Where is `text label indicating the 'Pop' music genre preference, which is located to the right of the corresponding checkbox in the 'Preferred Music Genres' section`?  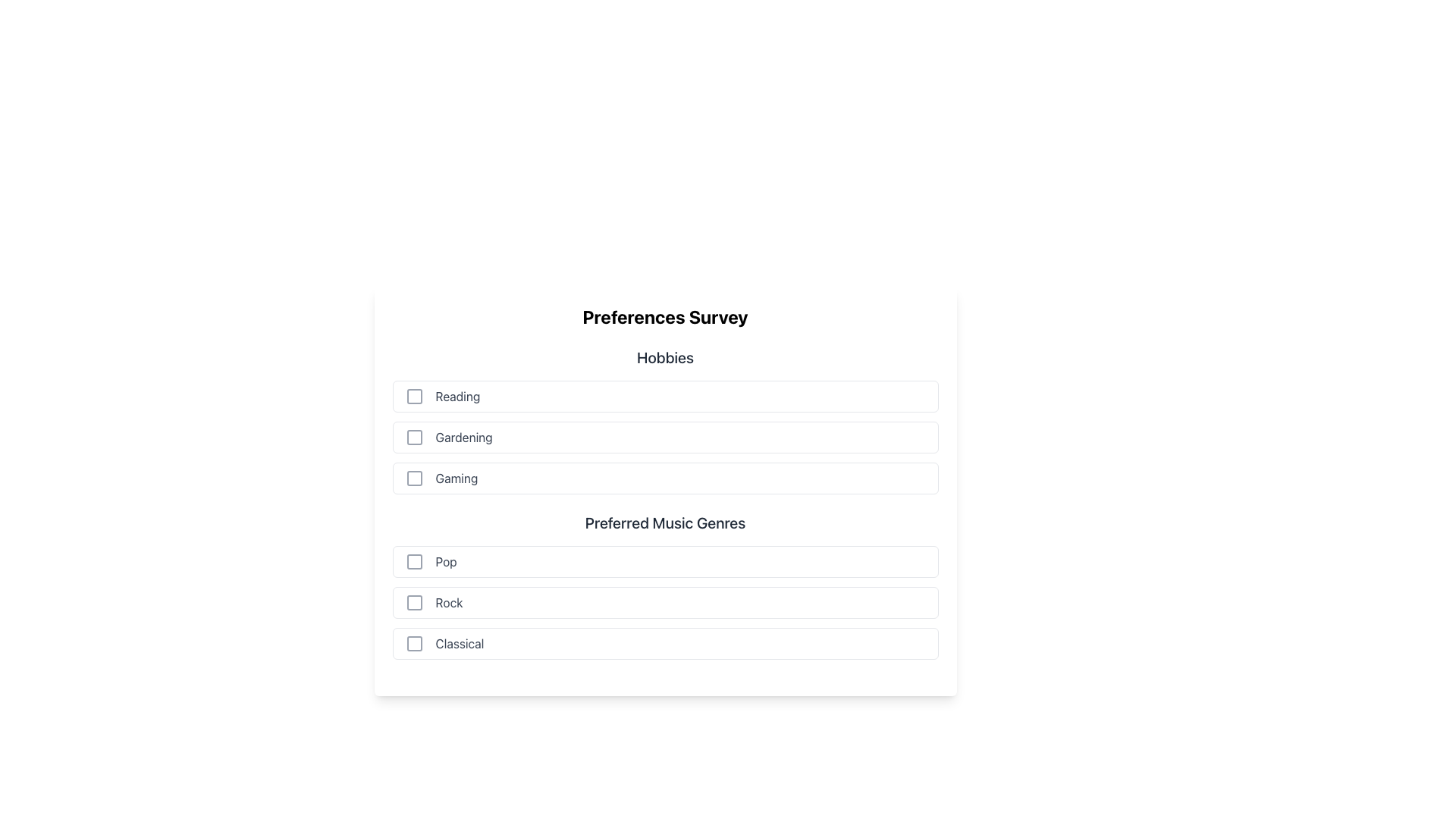
text label indicating the 'Pop' music genre preference, which is located to the right of the corresponding checkbox in the 'Preferred Music Genres' section is located at coordinates (445, 561).